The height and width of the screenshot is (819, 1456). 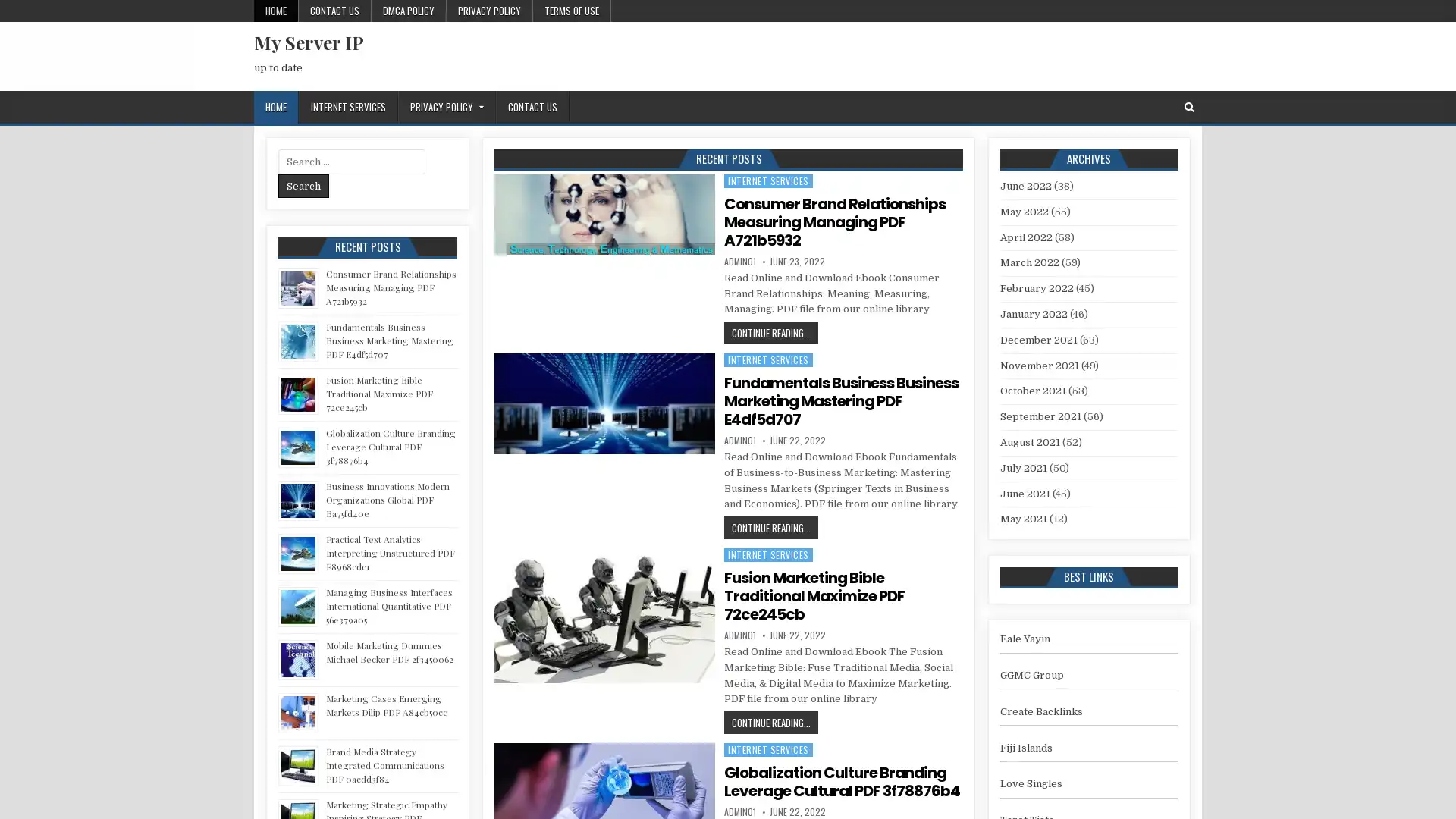 What do you see at coordinates (303, 185) in the screenshot?
I see `Search` at bounding box center [303, 185].